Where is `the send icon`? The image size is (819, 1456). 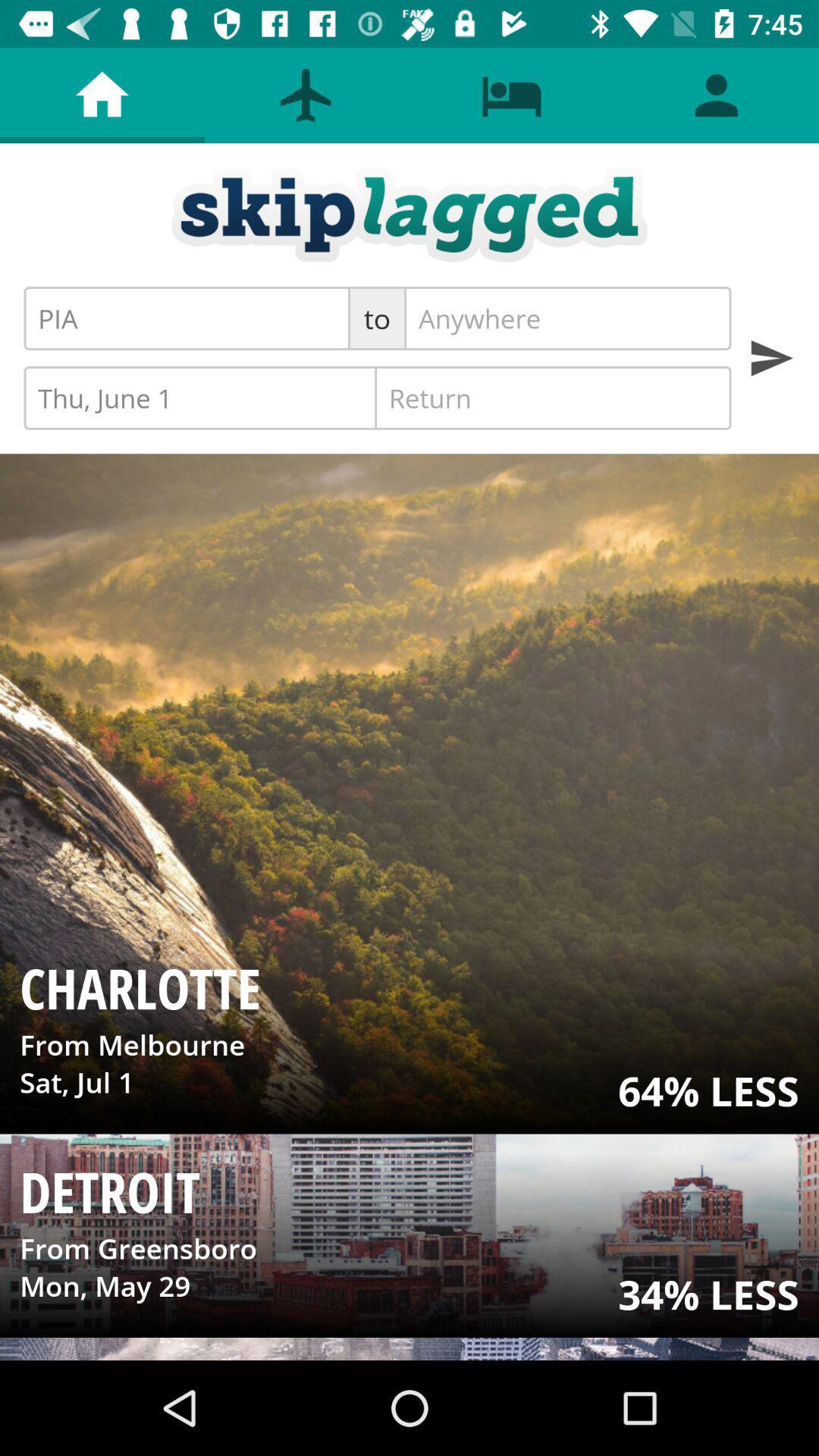 the send icon is located at coordinates (771, 357).